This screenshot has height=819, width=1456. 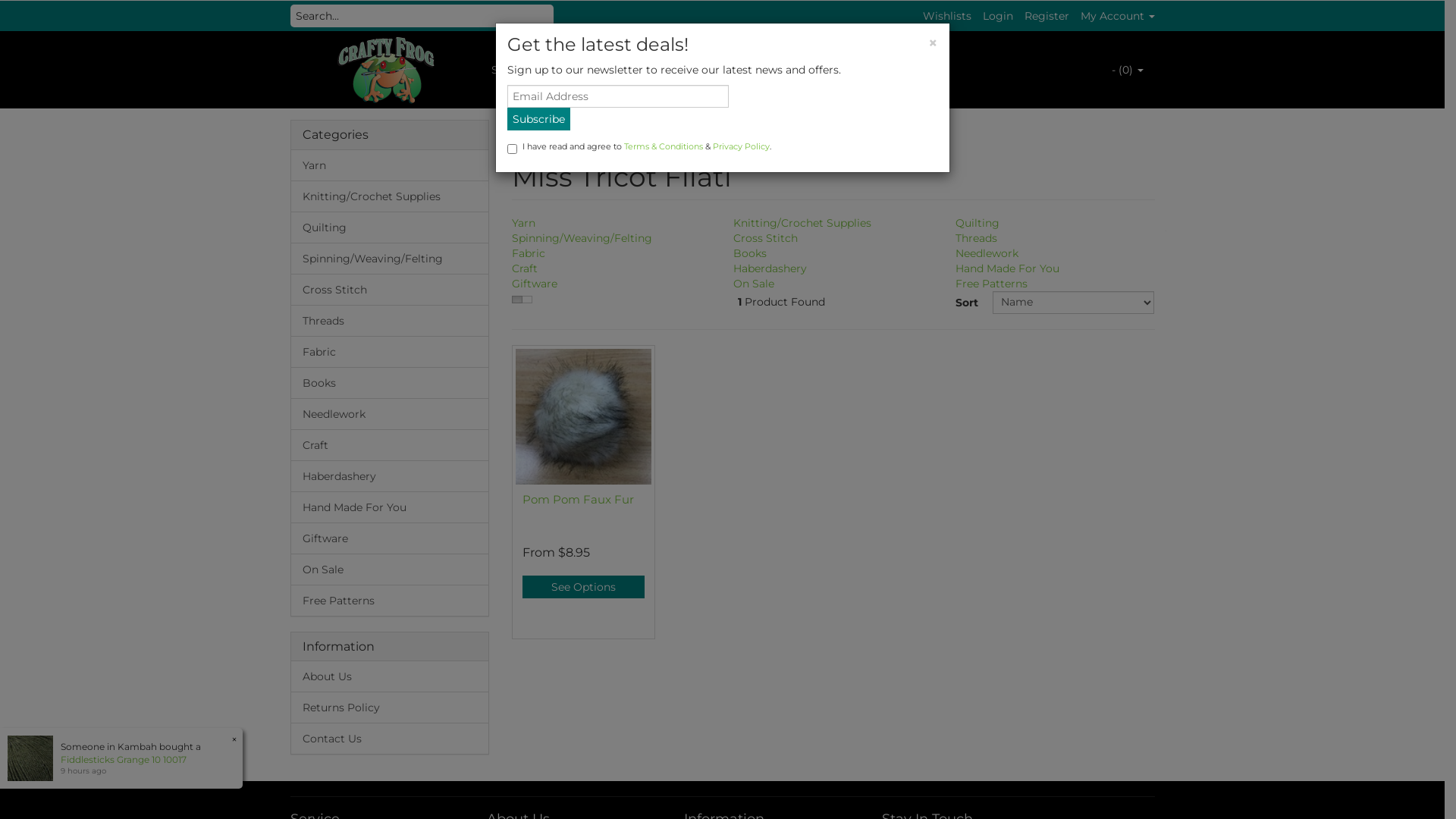 What do you see at coordinates (291, 737) in the screenshot?
I see `'Contact Us'` at bounding box center [291, 737].